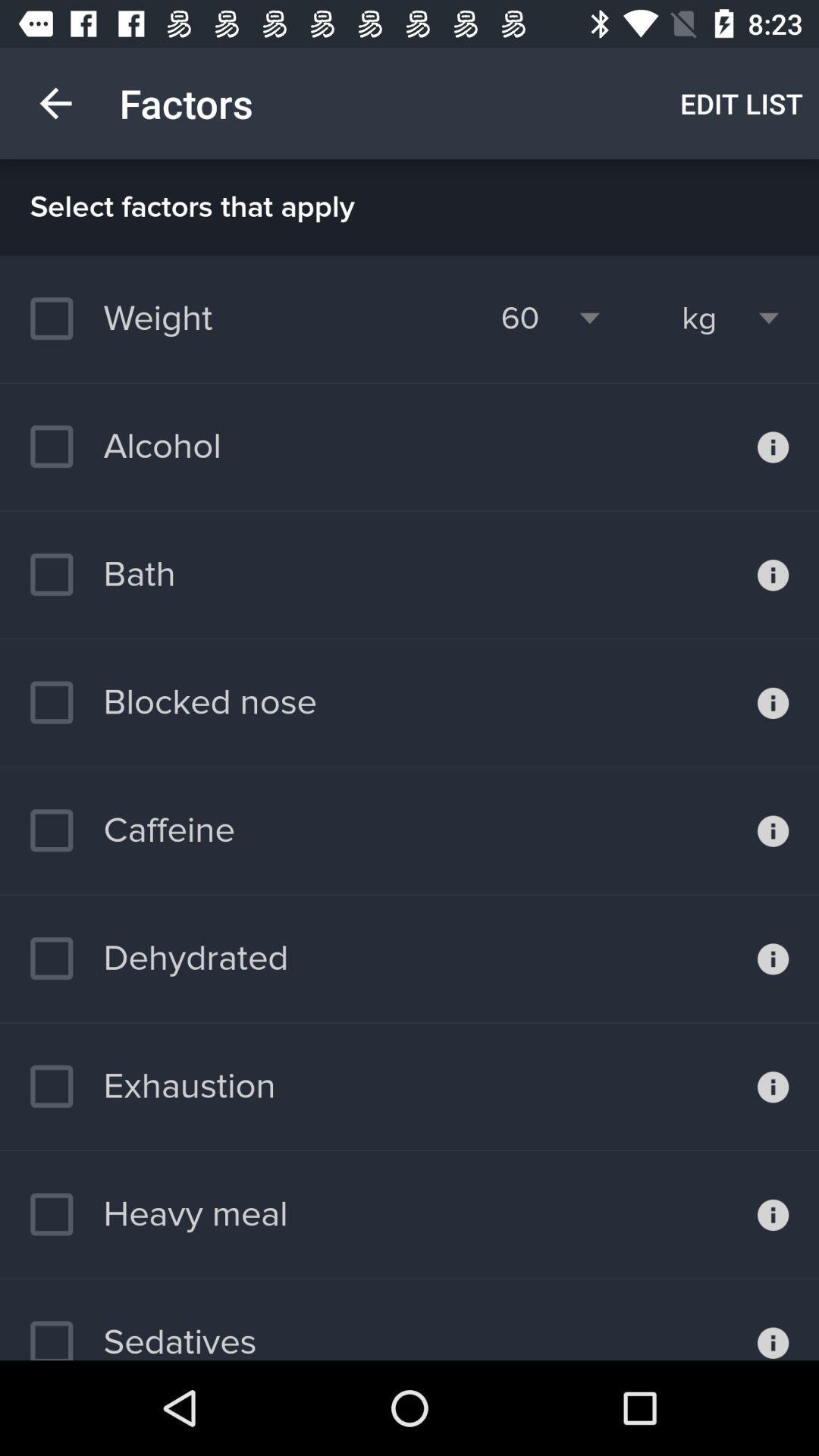  What do you see at coordinates (699, 318) in the screenshot?
I see `icon next to 60 icon` at bounding box center [699, 318].